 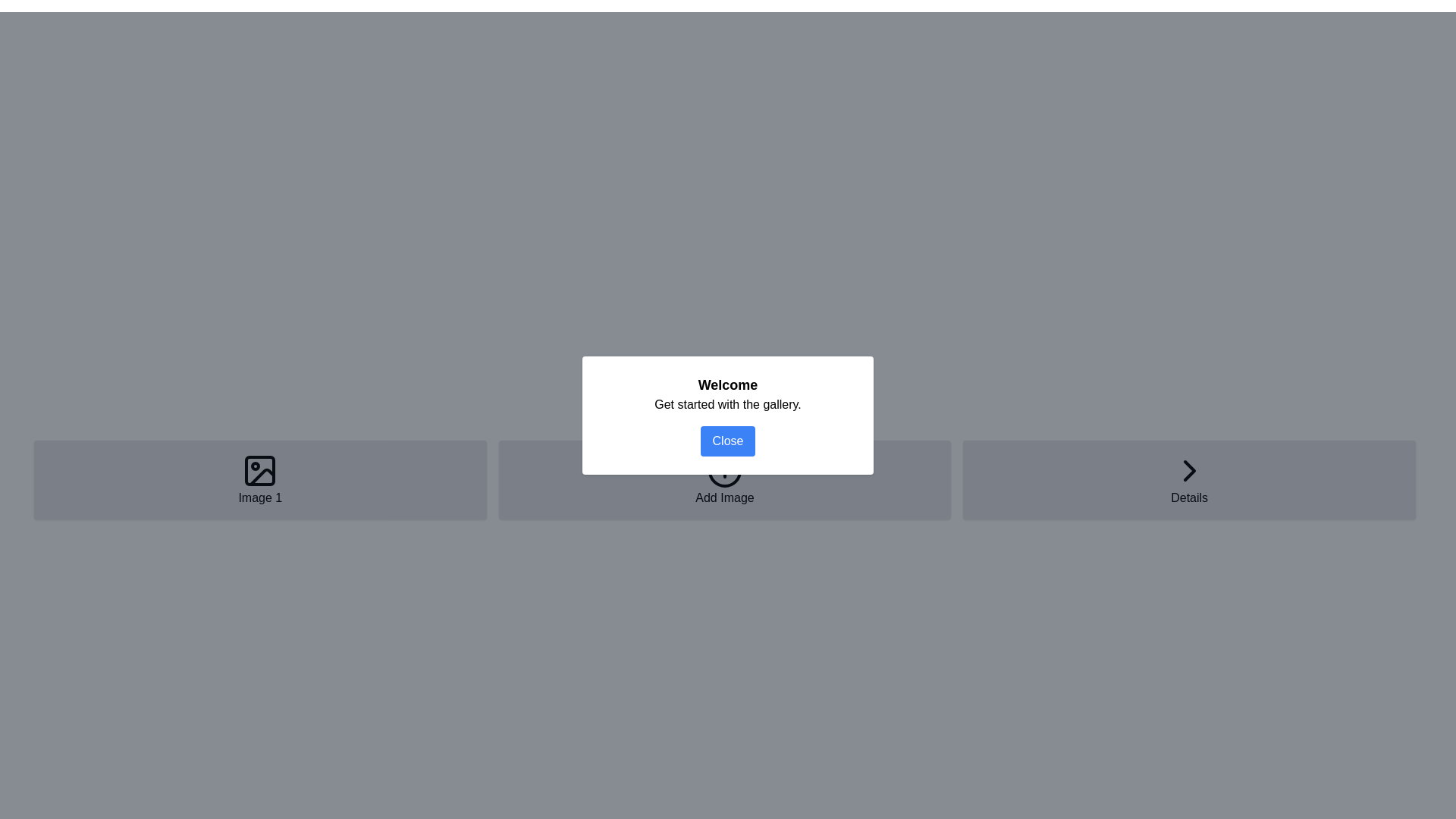 I want to click on the rightwards chevron icon located near the 'Details' text label to uncover tooltips, so click(x=1188, y=470).